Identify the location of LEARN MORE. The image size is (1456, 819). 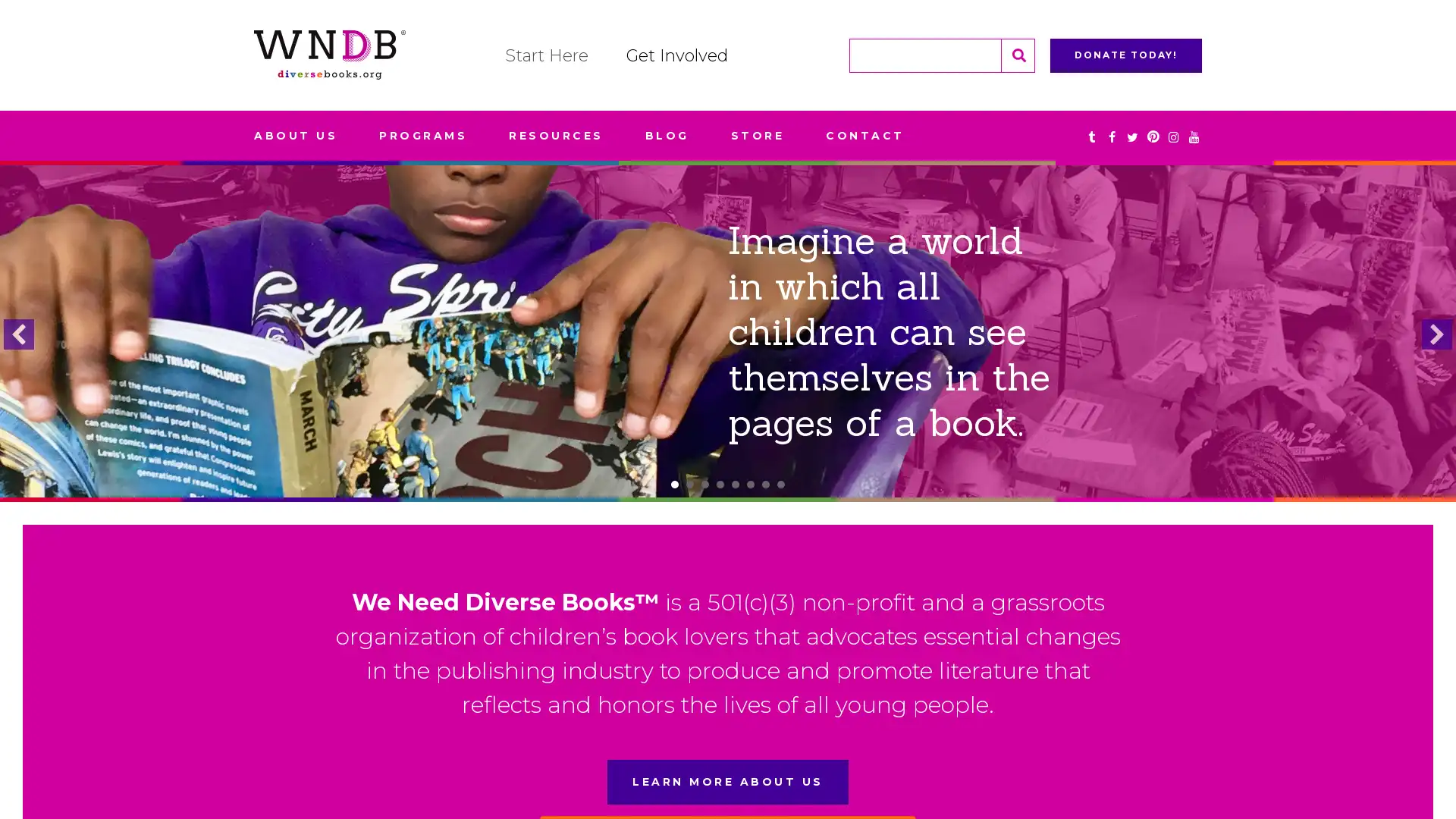
(728, 384).